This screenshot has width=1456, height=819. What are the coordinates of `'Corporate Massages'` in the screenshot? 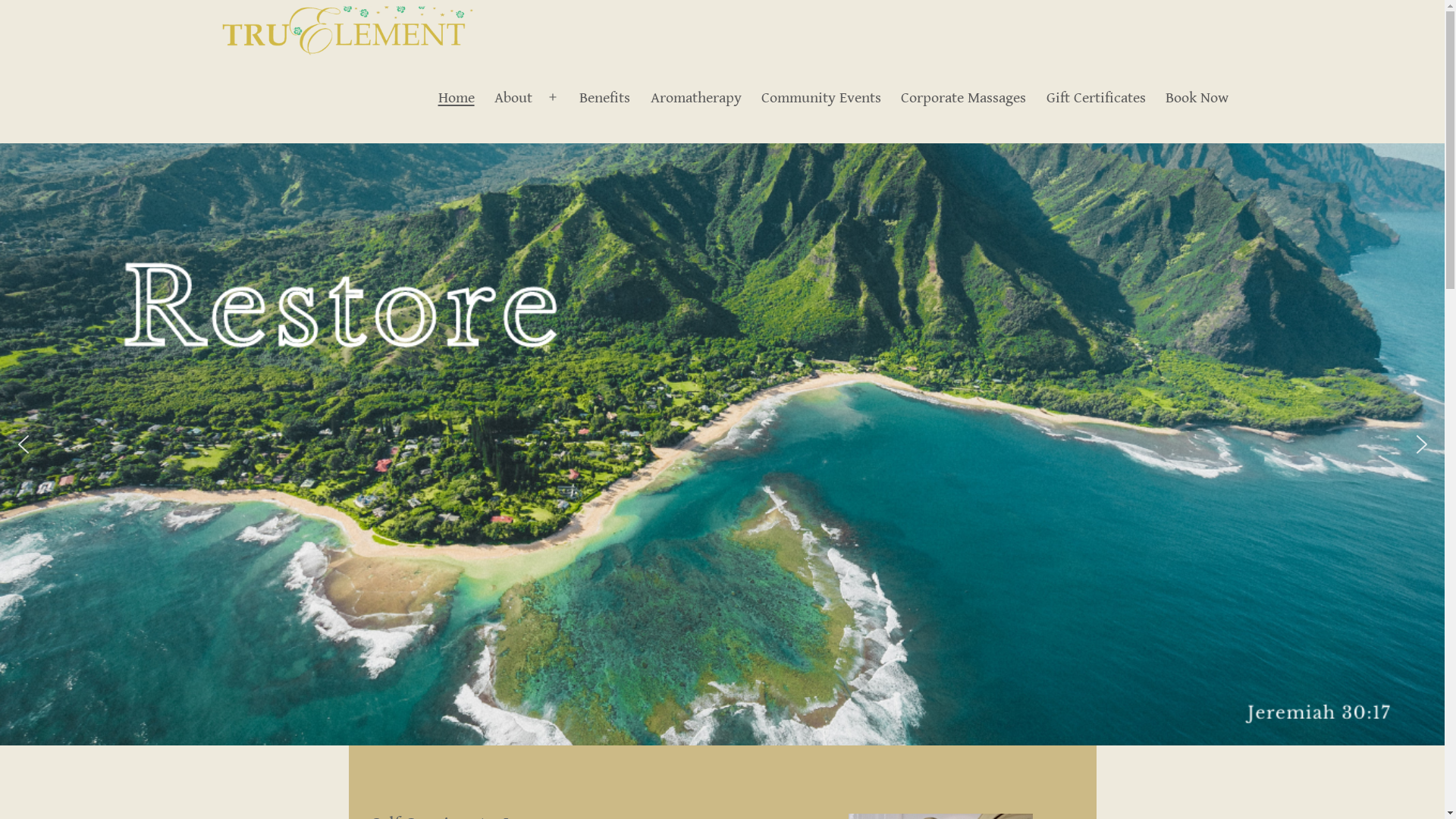 It's located at (962, 98).